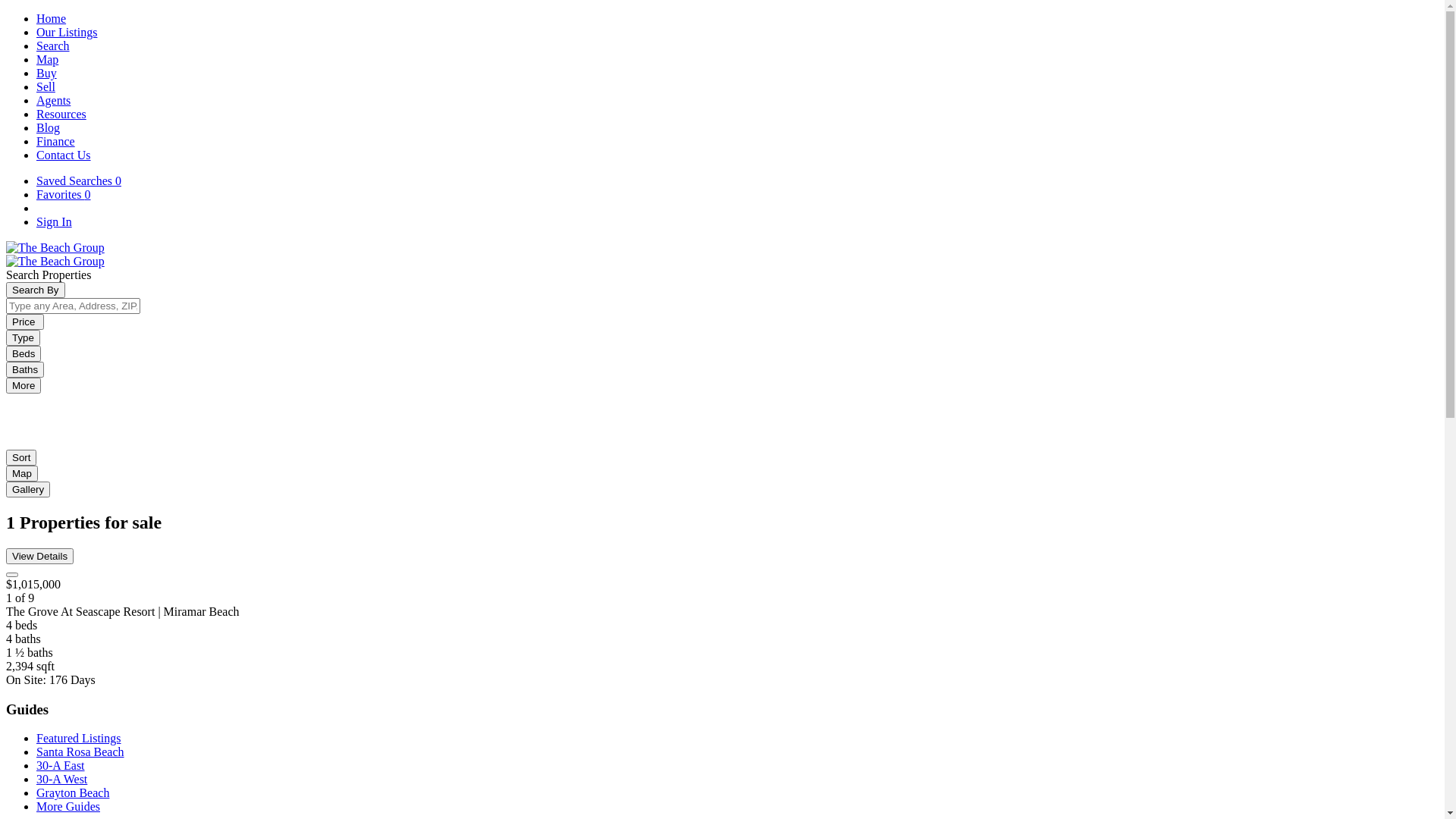 The width and height of the screenshot is (1456, 819). Describe the element at coordinates (67, 805) in the screenshot. I see `'More Guides'` at that location.